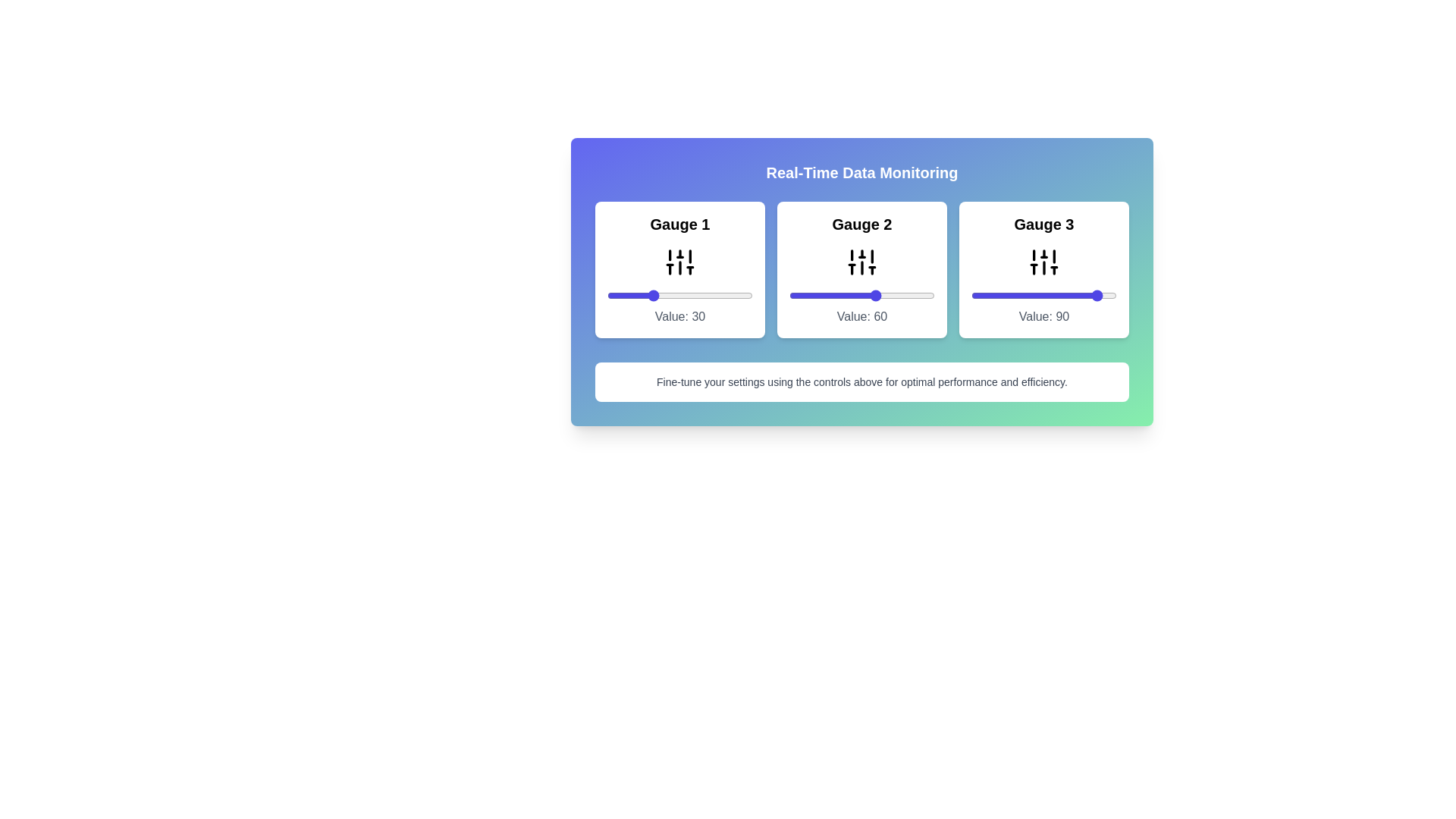 The image size is (1456, 819). What do you see at coordinates (916, 295) in the screenshot?
I see `the 'Gauge 2' slider` at bounding box center [916, 295].